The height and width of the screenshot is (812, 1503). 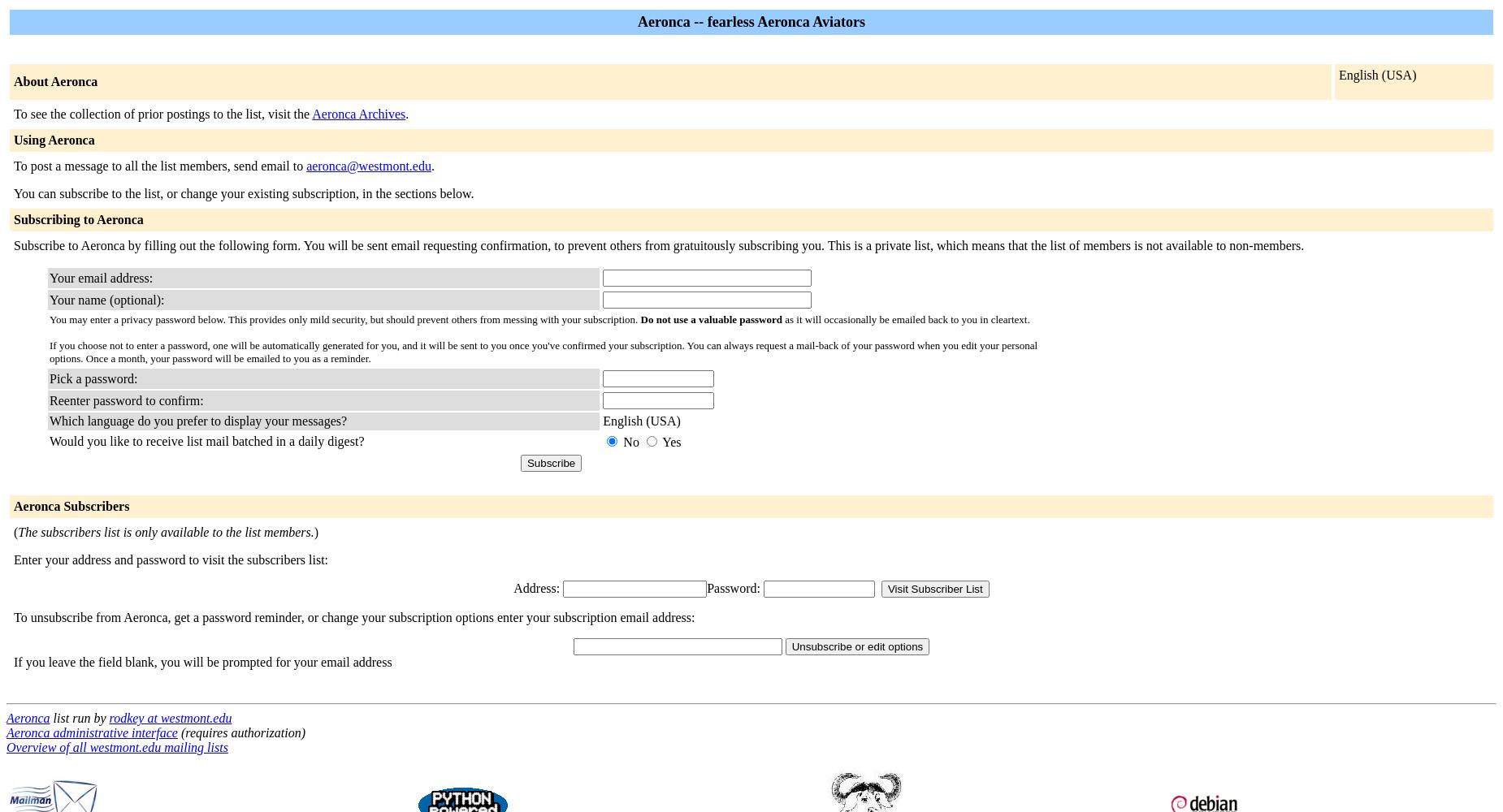 I want to click on 'To post a message to all the list members, send email to', so click(x=159, y=165).